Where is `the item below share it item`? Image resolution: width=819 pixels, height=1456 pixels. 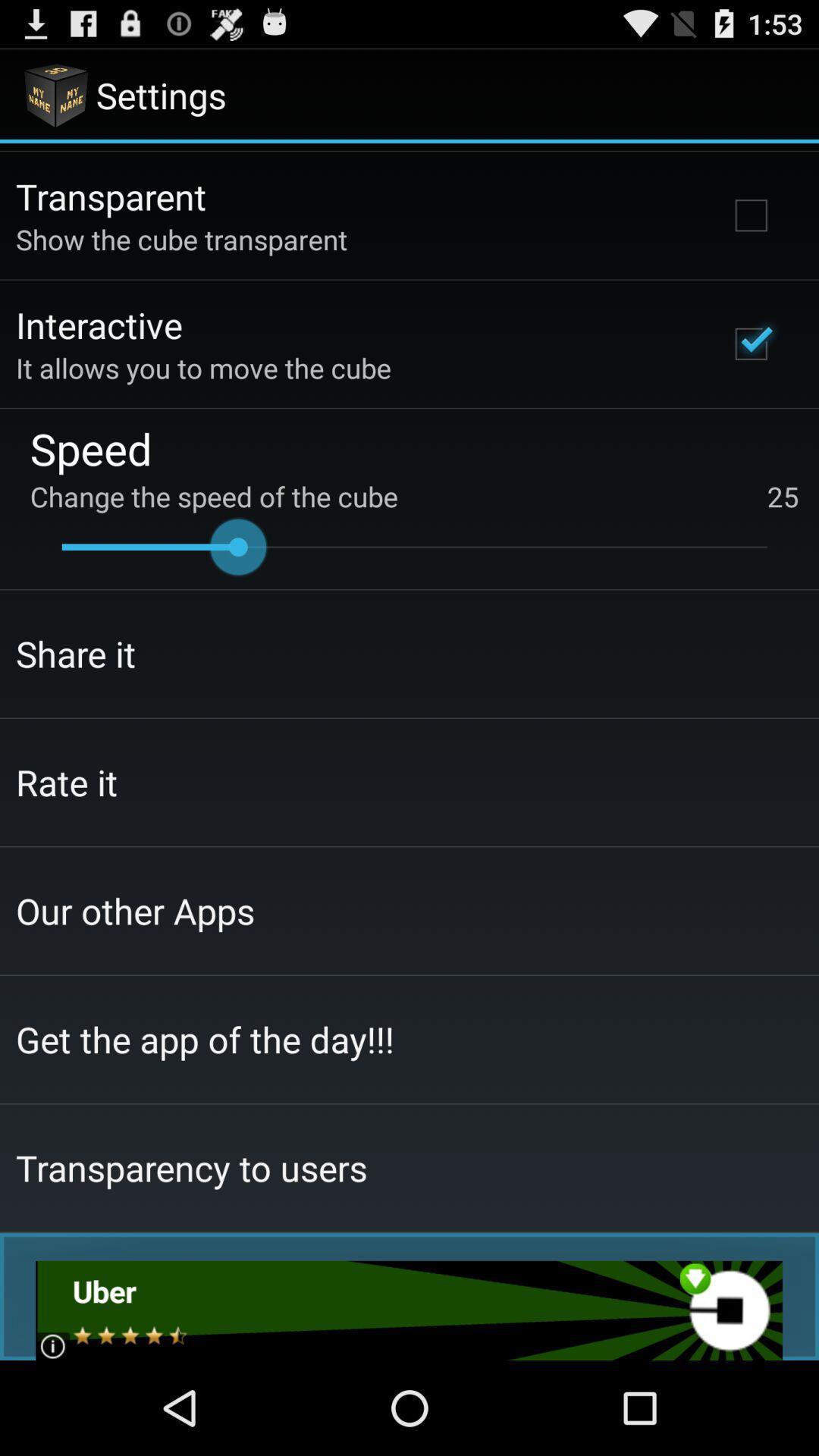 the item below share it item is located at coordinates (66, 782).